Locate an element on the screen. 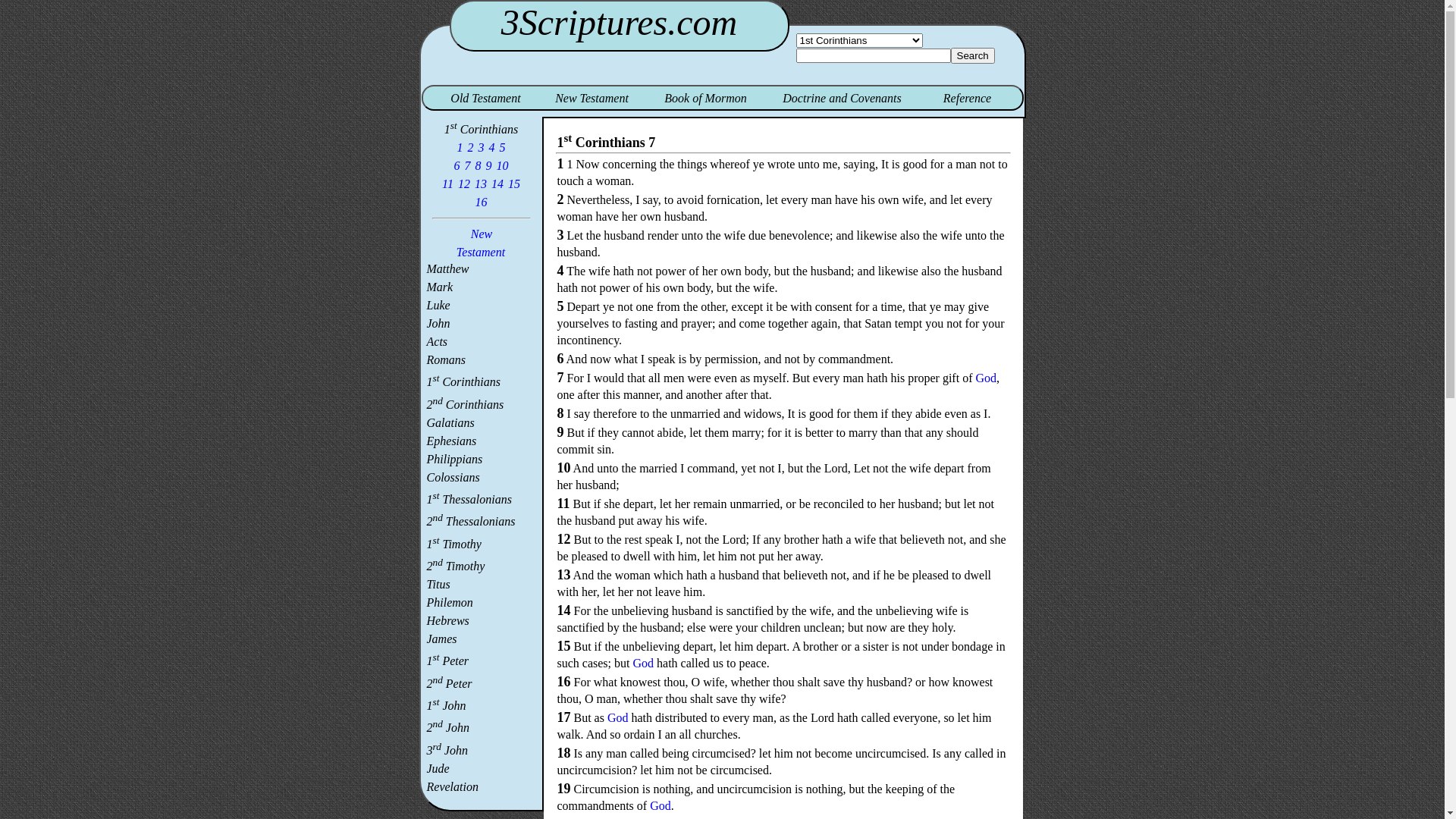 The height and width of the screenshot is (819, 1456). '9' is located at coordinates (484, 165).